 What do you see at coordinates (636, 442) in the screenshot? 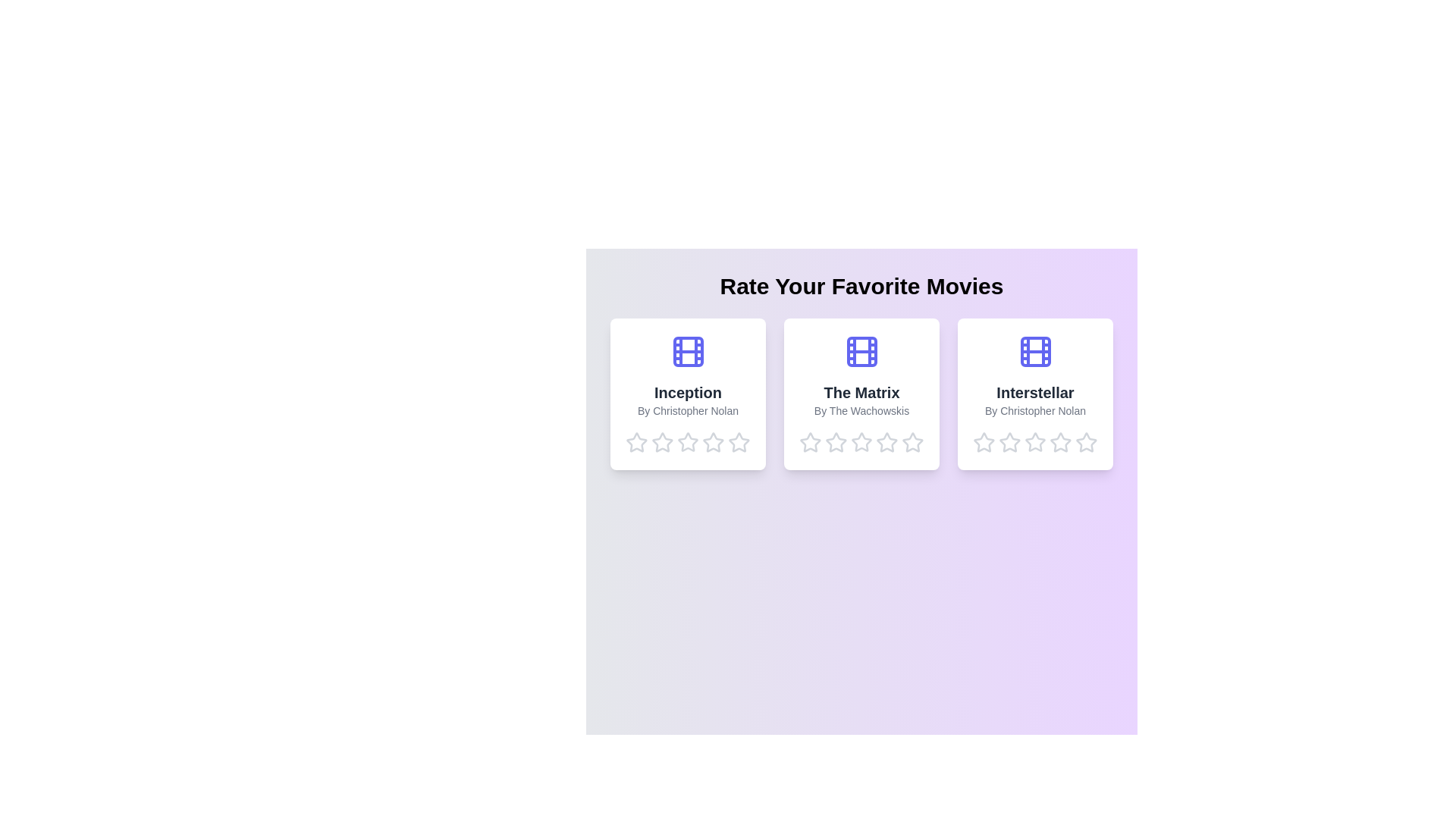
I see `the star corresponding to 1 stars for the movie Inception` at bounding box center [636, 442].